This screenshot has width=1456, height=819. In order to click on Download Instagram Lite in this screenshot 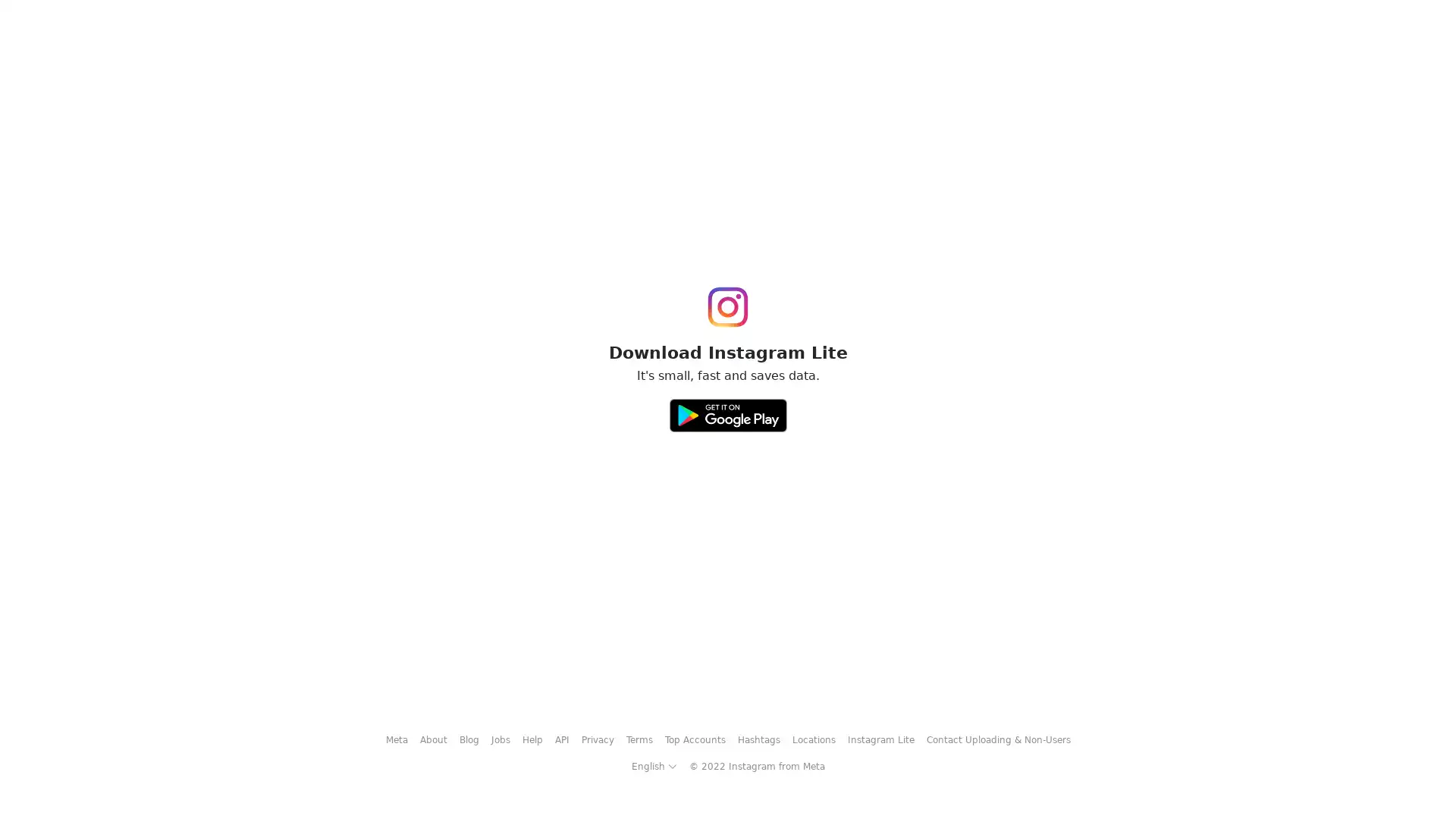, I will do `click(726, 409)`.